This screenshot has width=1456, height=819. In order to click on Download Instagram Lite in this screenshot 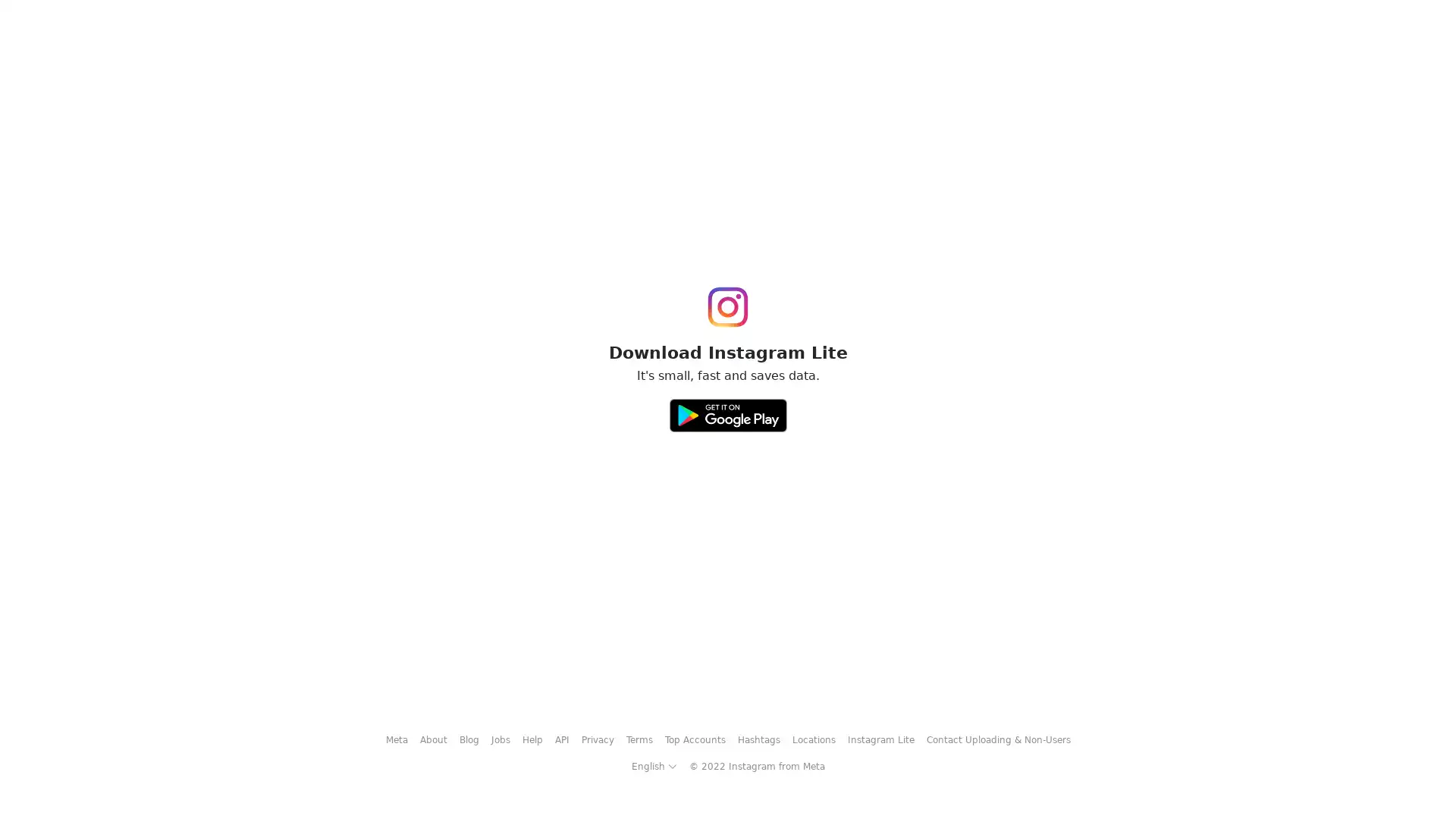, I will do `click(726, 409)`.